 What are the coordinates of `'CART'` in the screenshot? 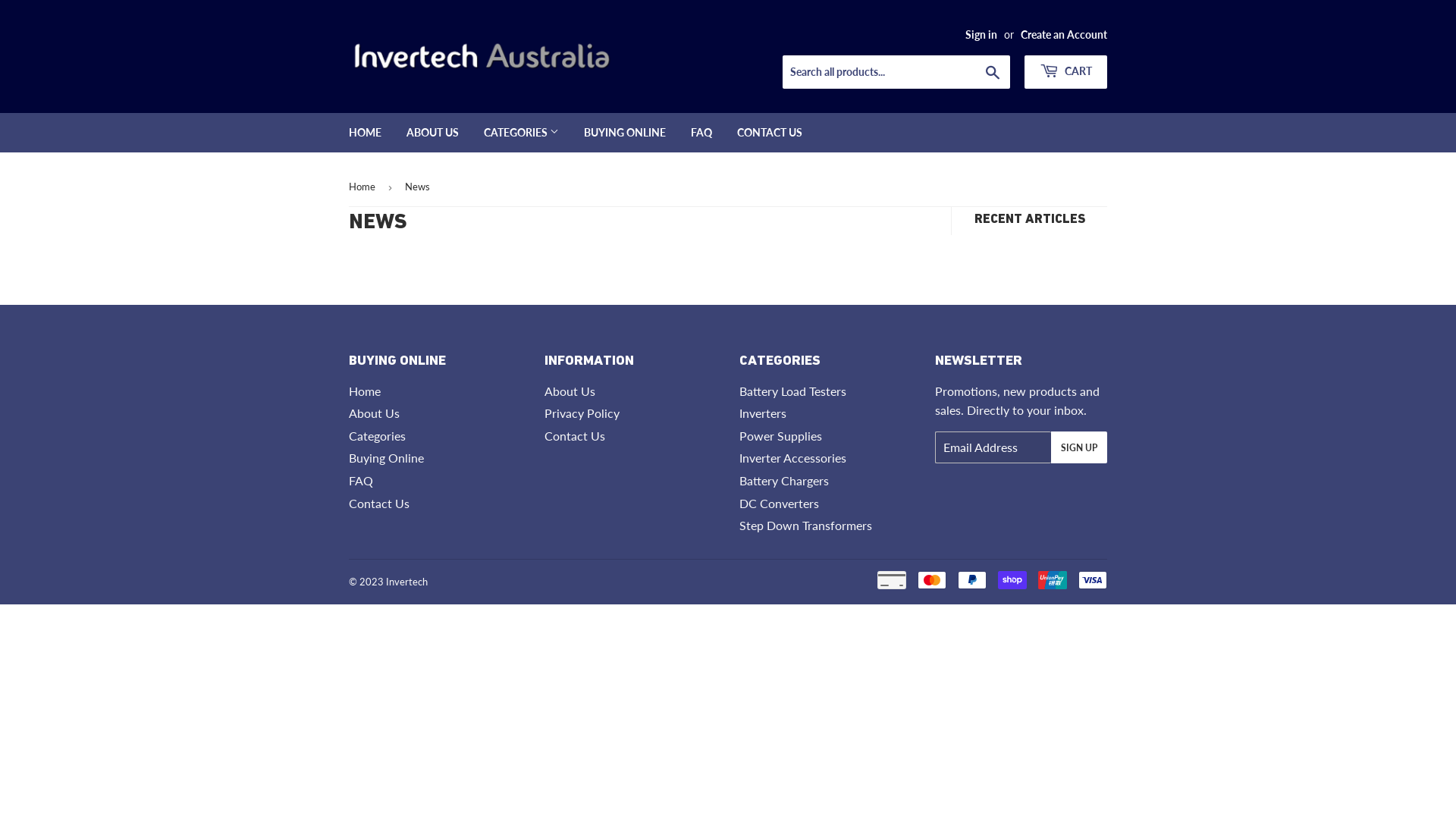 It's located at (1065, 72).